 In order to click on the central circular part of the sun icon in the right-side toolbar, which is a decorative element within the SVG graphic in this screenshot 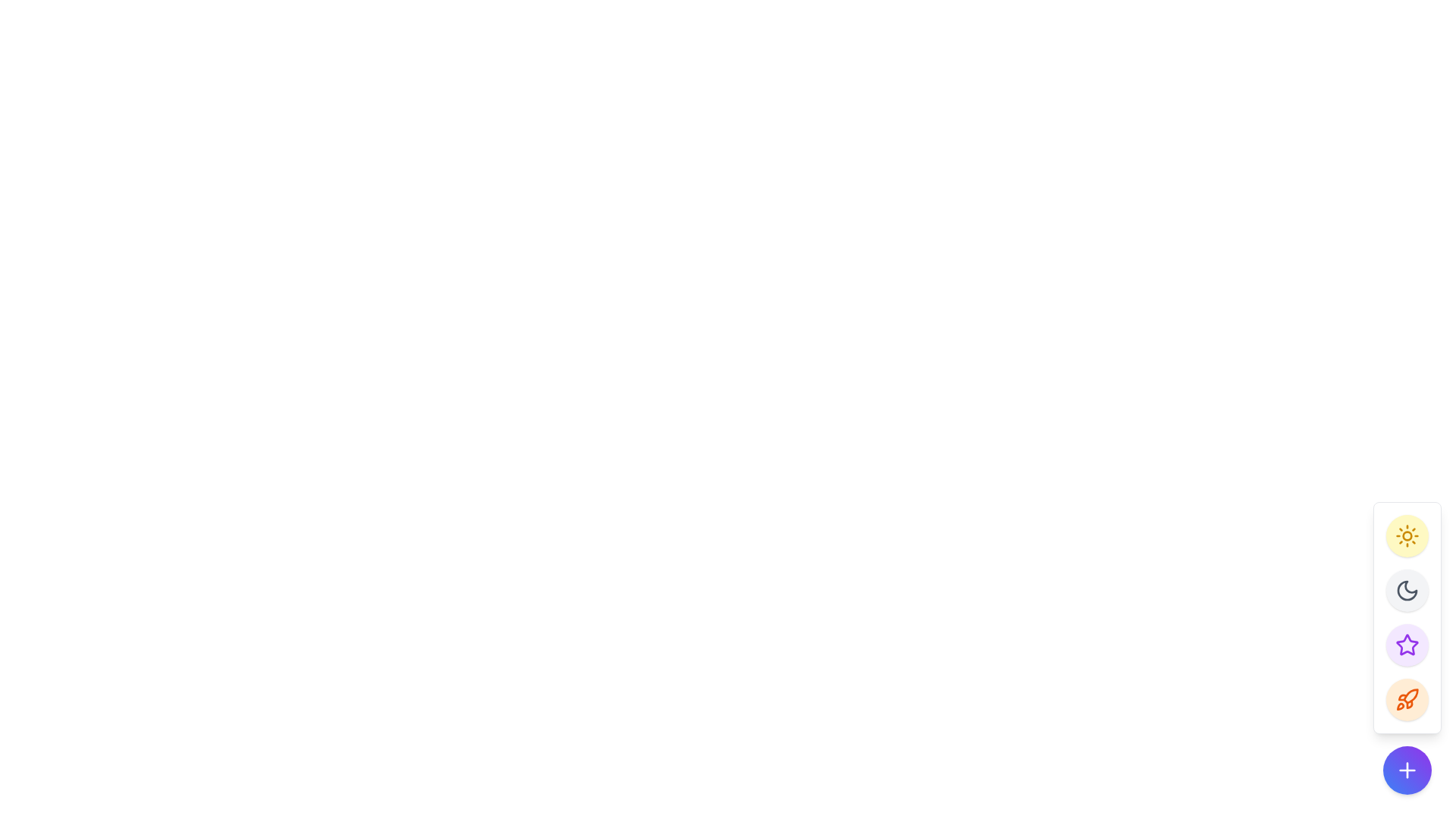, I will do `click(1407, 535)`.